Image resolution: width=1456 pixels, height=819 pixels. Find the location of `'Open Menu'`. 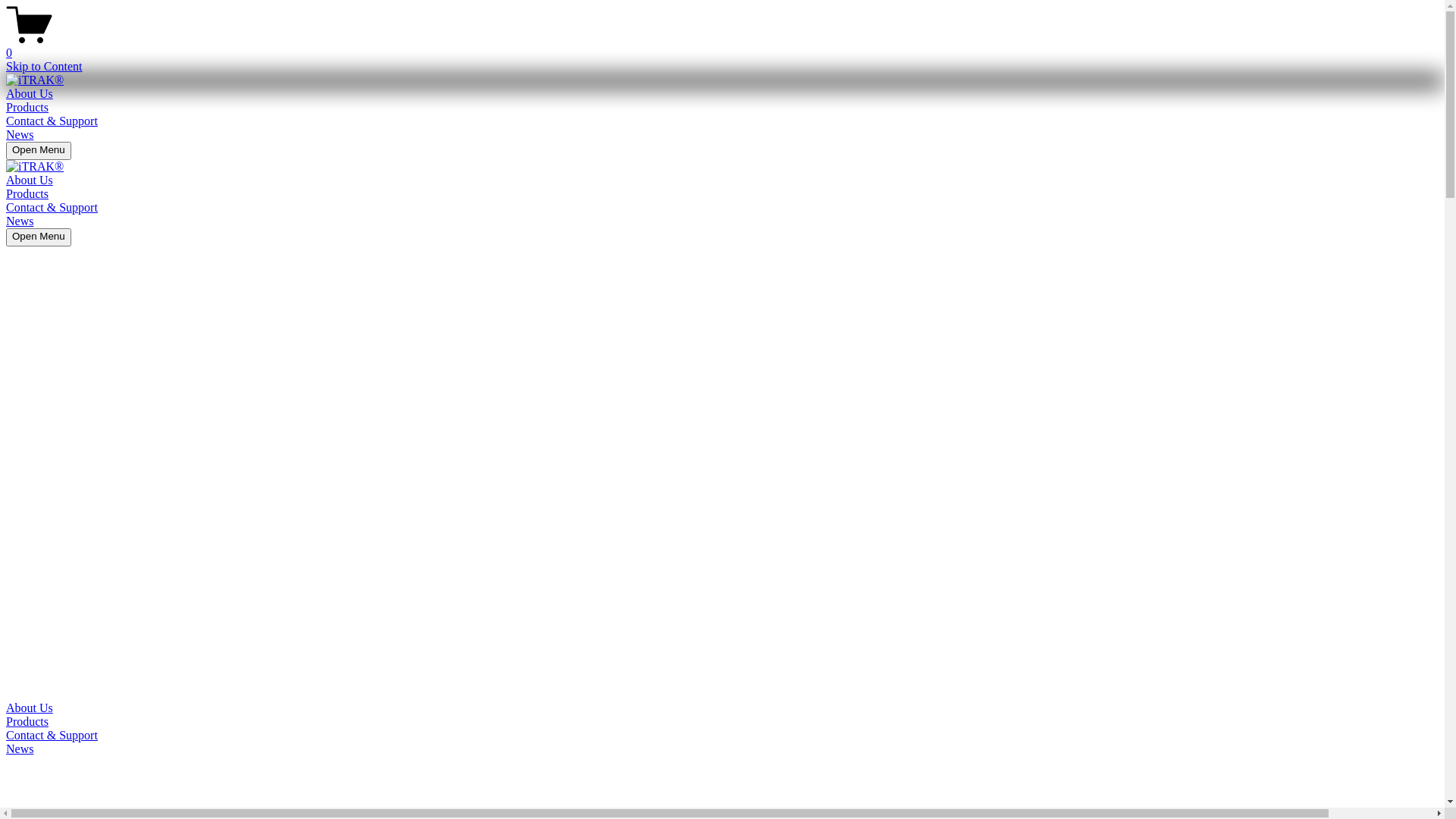

'Open Menu' is located at coordinates (39, 151).